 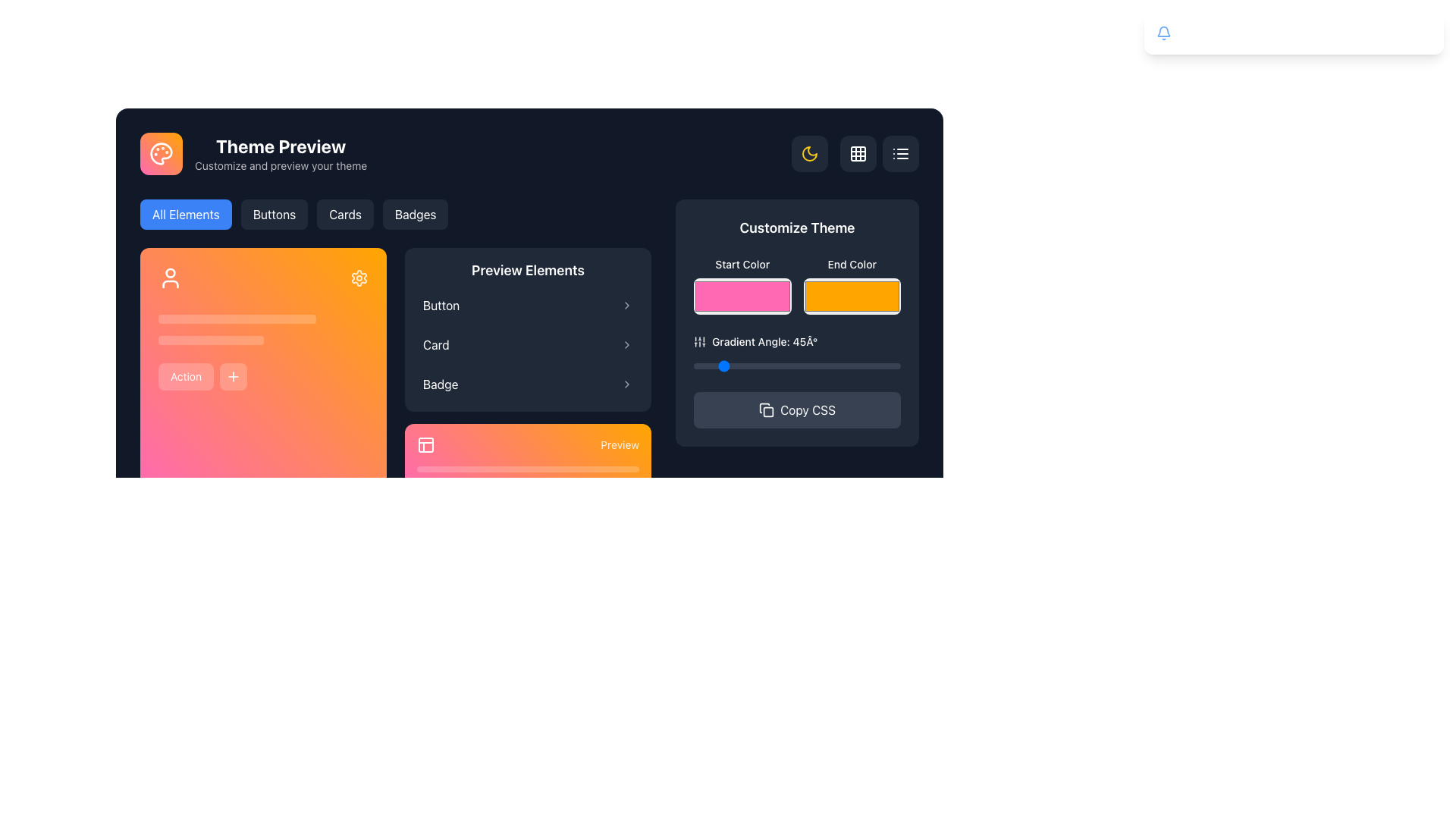 What do you see at coordinates (864, 366) in the screenshot?
I see `the gradient angle` at bounding box center [864, 366].